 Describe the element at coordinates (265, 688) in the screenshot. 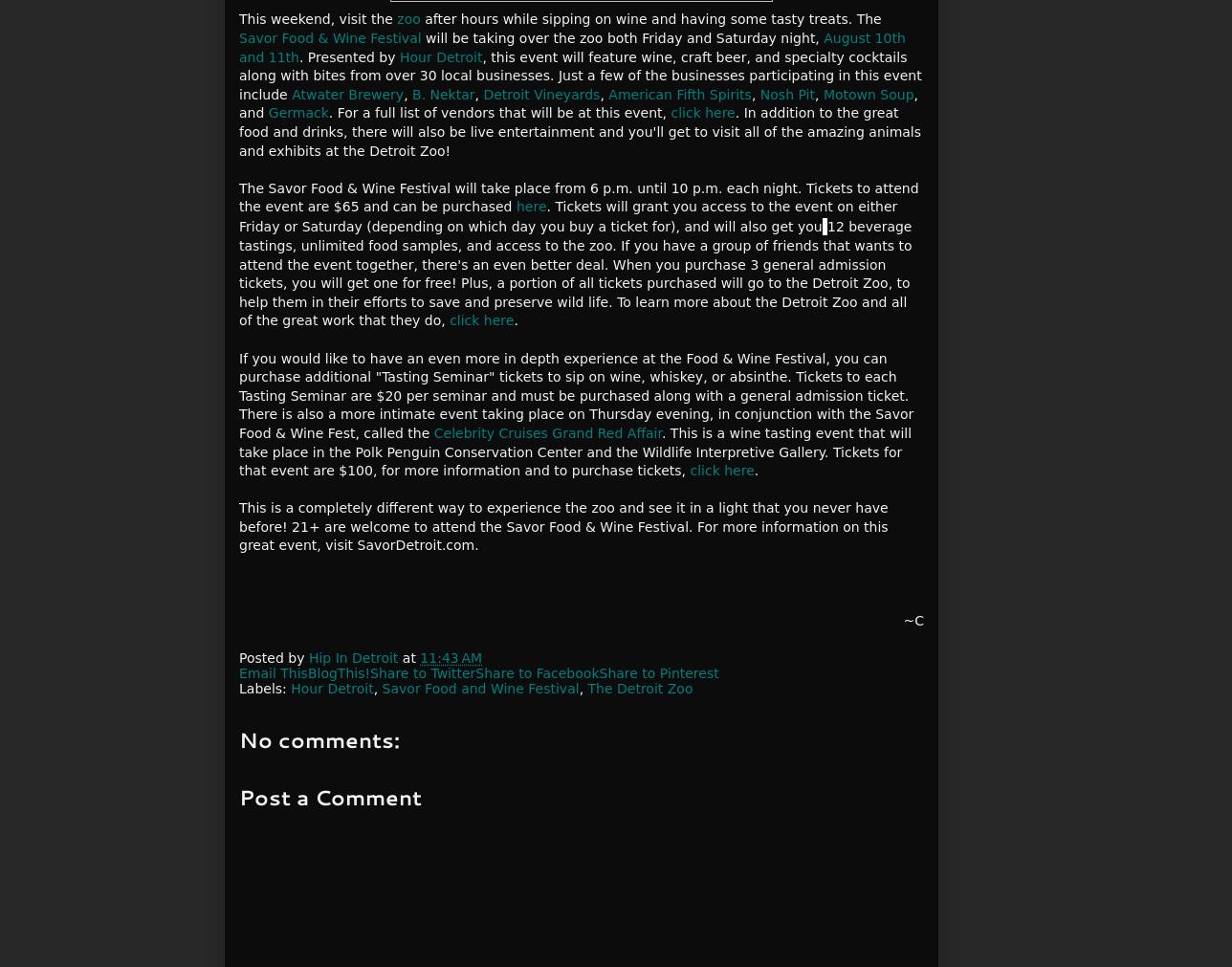

I see `'Labels:'` at that location.